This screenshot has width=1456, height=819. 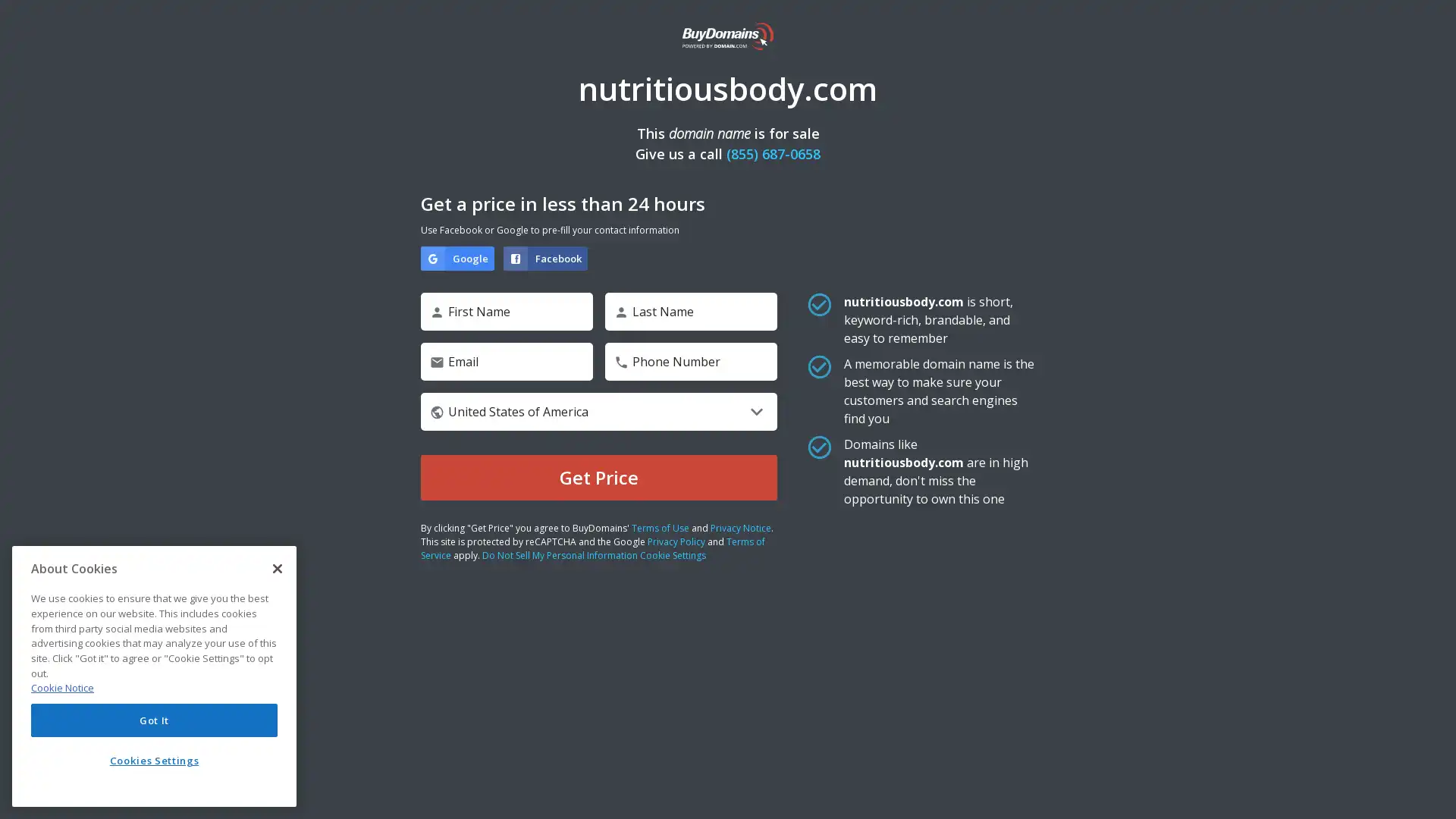 I want to click on Close, so click(x=277, y=568).